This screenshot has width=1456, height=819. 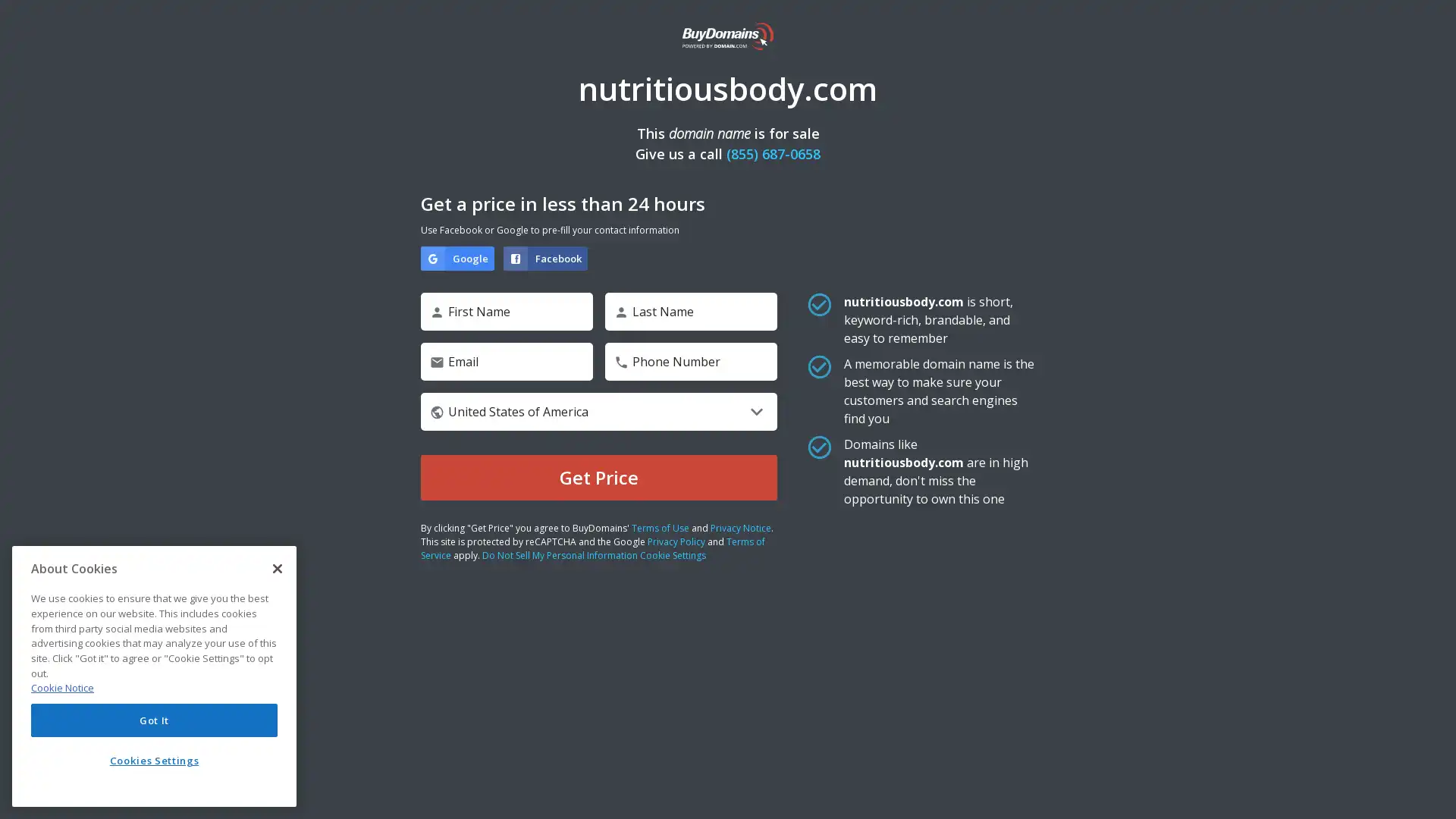 I want to click on Close, so click(x=277, y=568).